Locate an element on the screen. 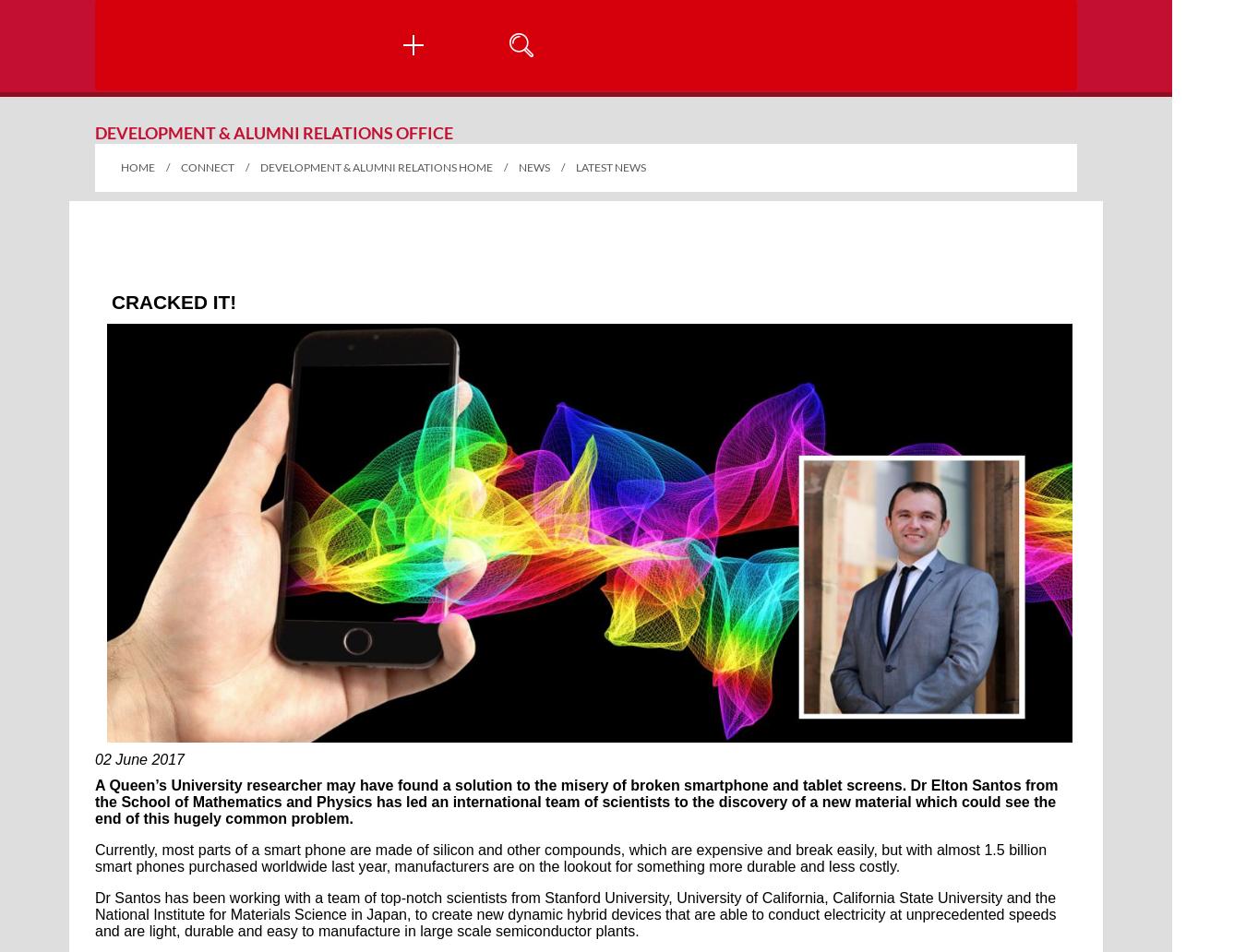  'CRACKED IT!' is located at coordinates (178, 301).